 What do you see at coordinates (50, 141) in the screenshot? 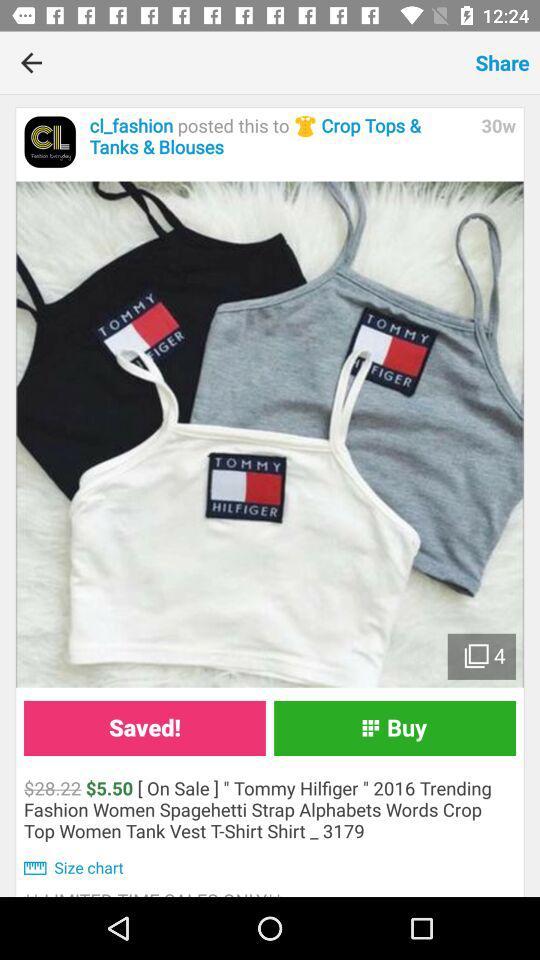
I see `open profile` at bounding box center [50, 141].